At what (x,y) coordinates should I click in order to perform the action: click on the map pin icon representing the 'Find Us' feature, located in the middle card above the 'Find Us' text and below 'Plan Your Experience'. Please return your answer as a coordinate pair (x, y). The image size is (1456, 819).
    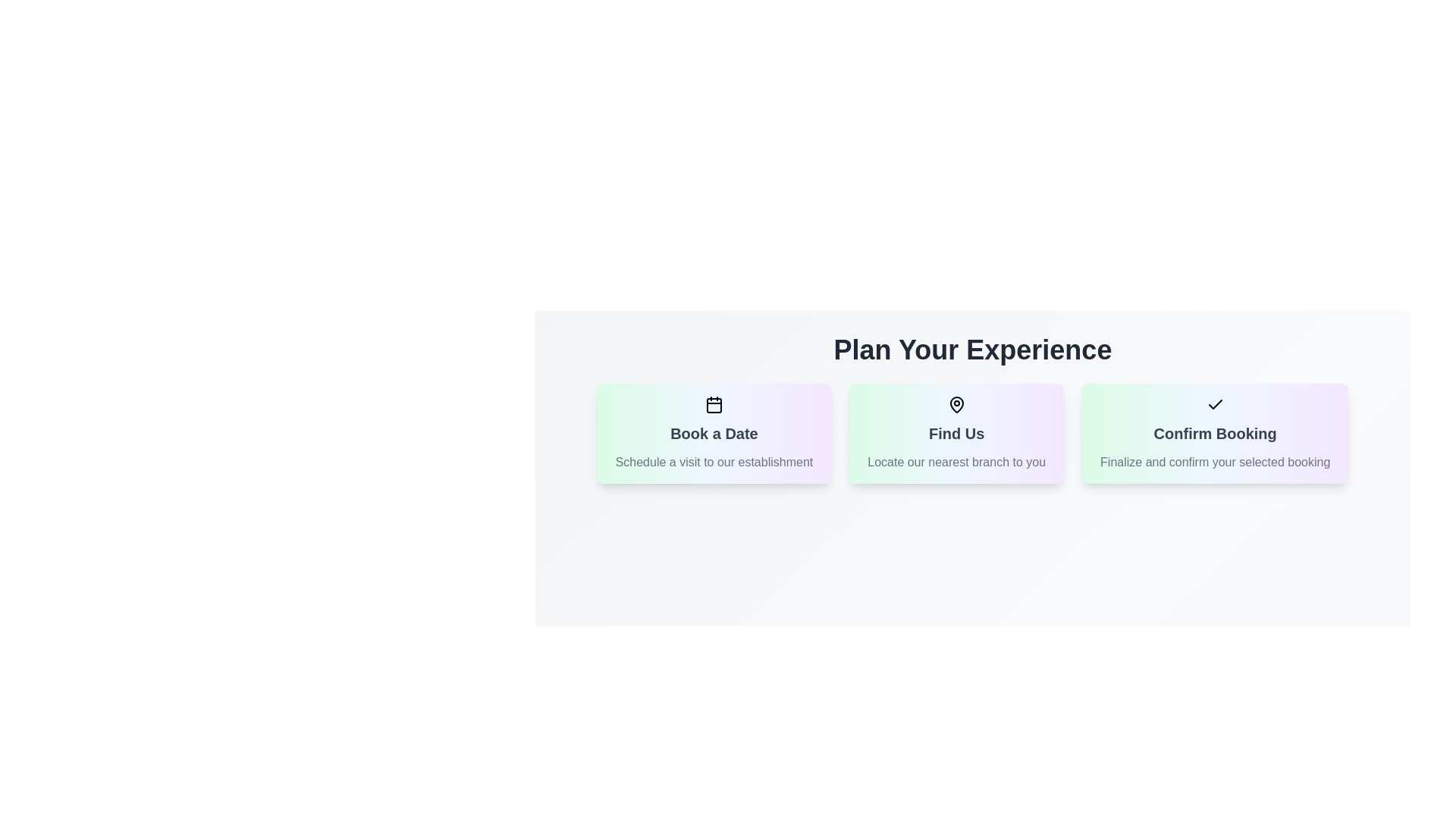
    Looking at the image, I should click on (955, 403).